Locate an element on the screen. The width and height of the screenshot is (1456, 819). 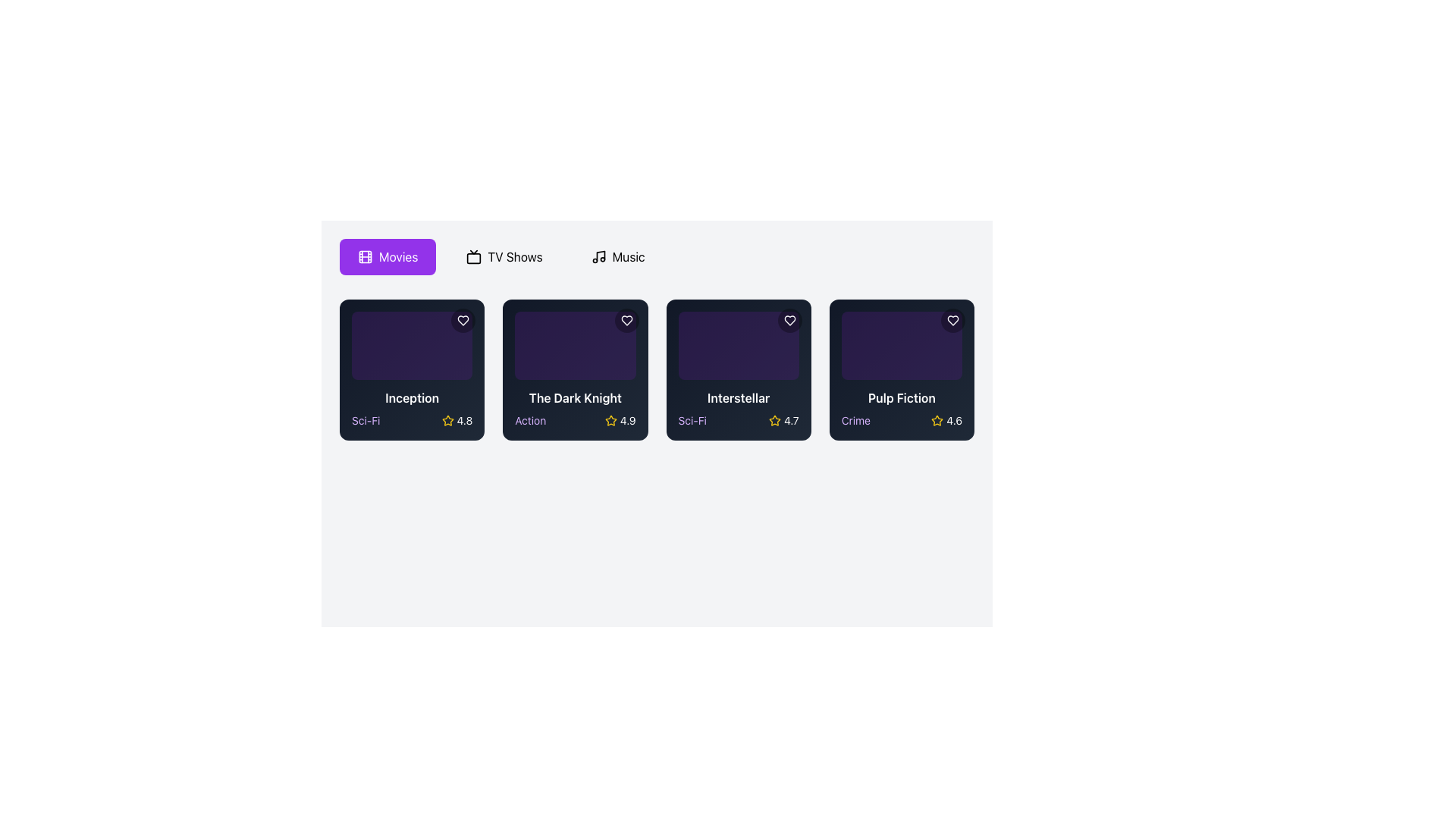
the text label displaying 'Crime' in light purple font, which is styled with the 'text-sm' class and is located under the title 'Pulp Fiction' is located at coordinates (855, 420).